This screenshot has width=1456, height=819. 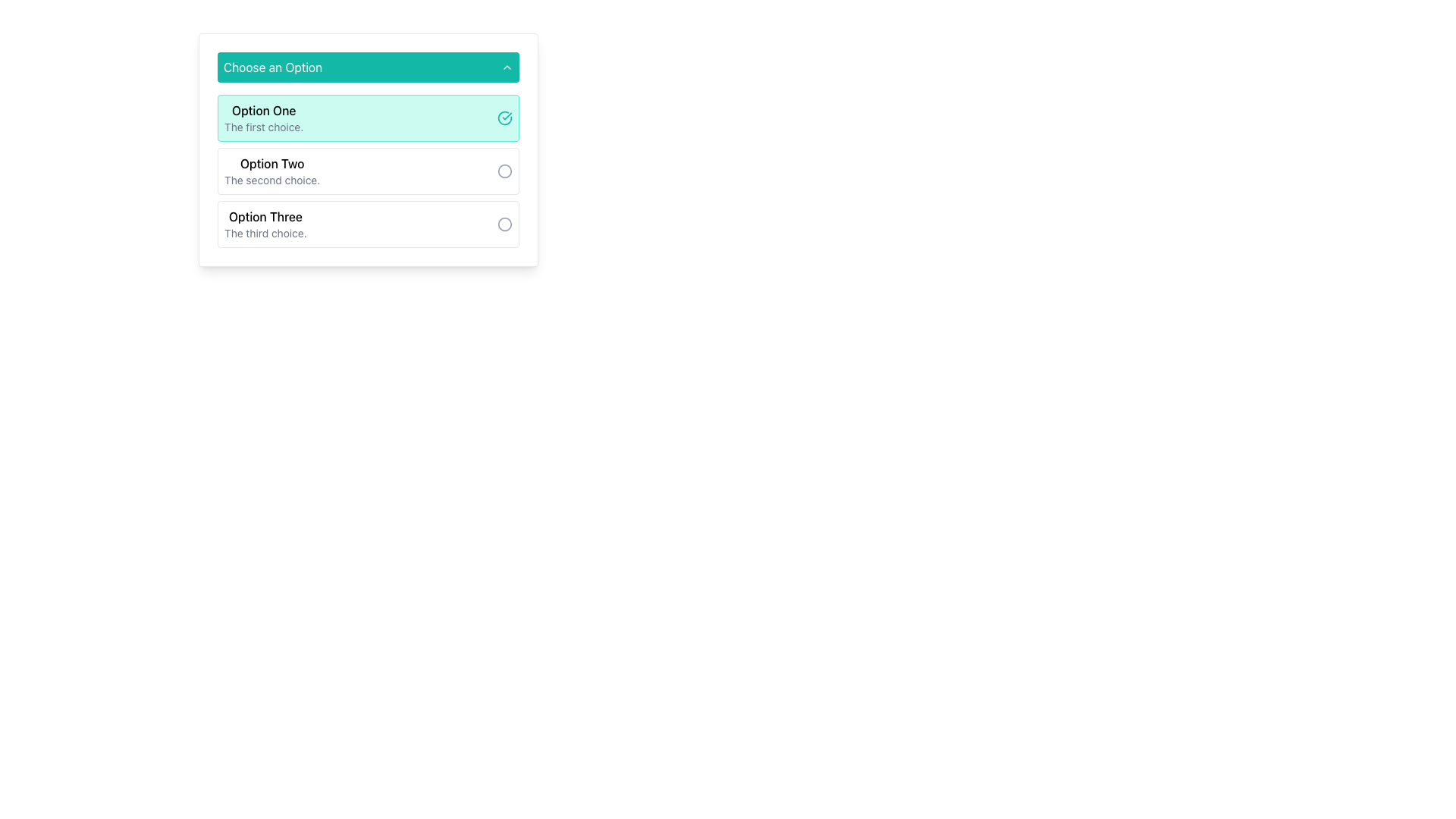 What do you see at coordinates (265, 216) in the screenshot?
I see `the text label reading 'Option Three', which is displayed in bold font and is part of a selection box located below 'Option Two' and above 'The third choice'` at bounding box center [265, 216].